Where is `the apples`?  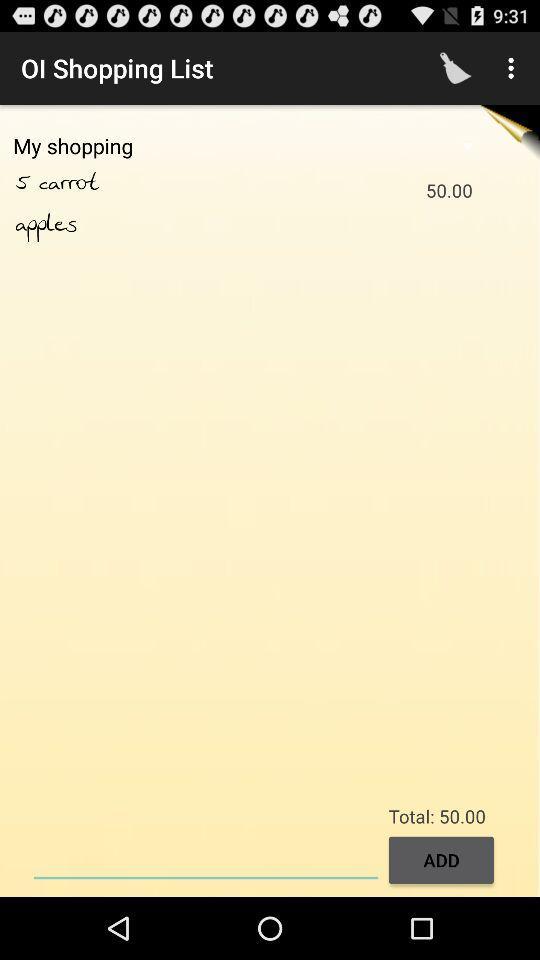 the apples is located at coordinates (46, 224).